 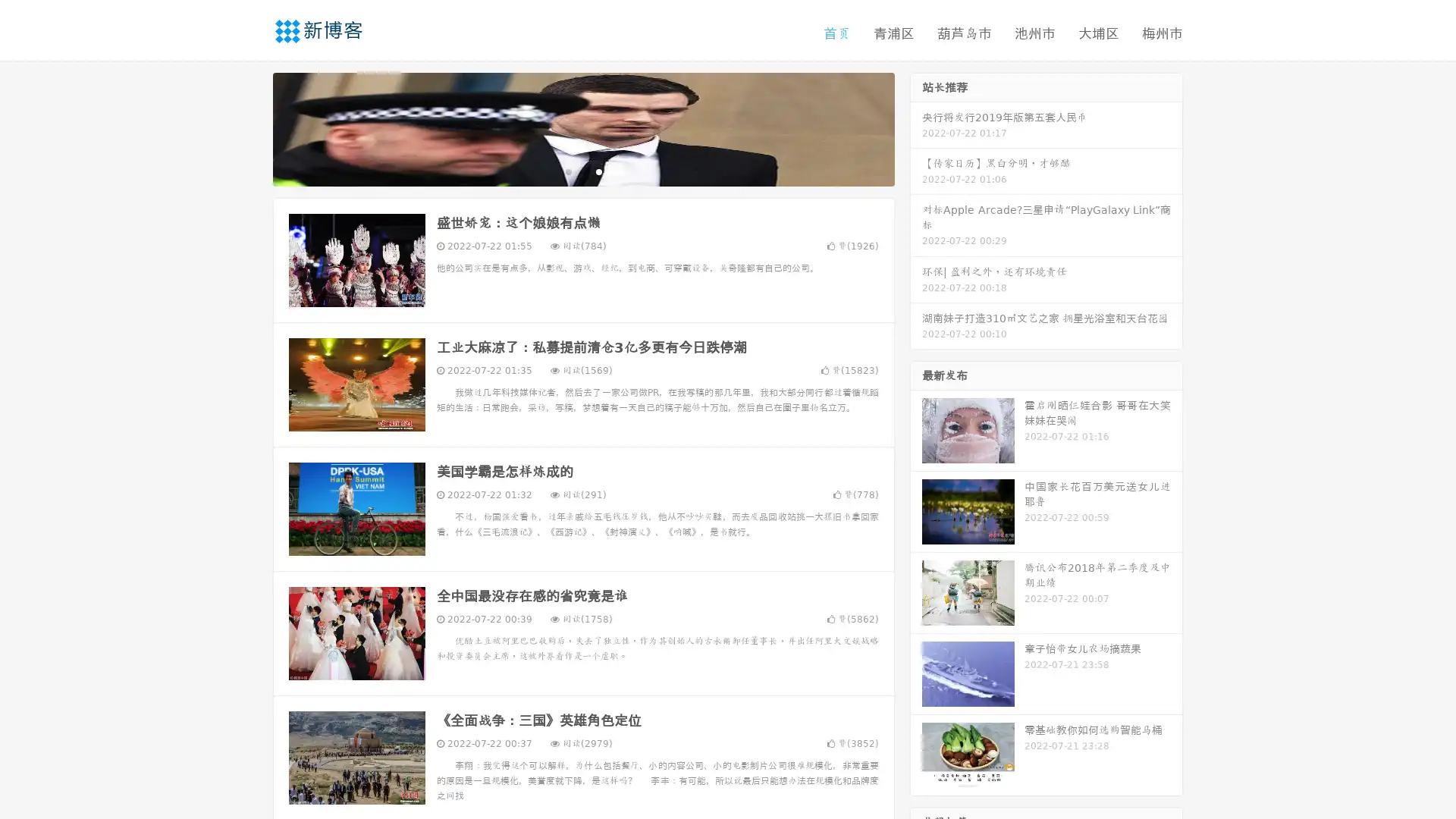 What do you see at coordinates (916, 127) in the screenshot?
I see `Next slide` at bounding box center [916, 127].